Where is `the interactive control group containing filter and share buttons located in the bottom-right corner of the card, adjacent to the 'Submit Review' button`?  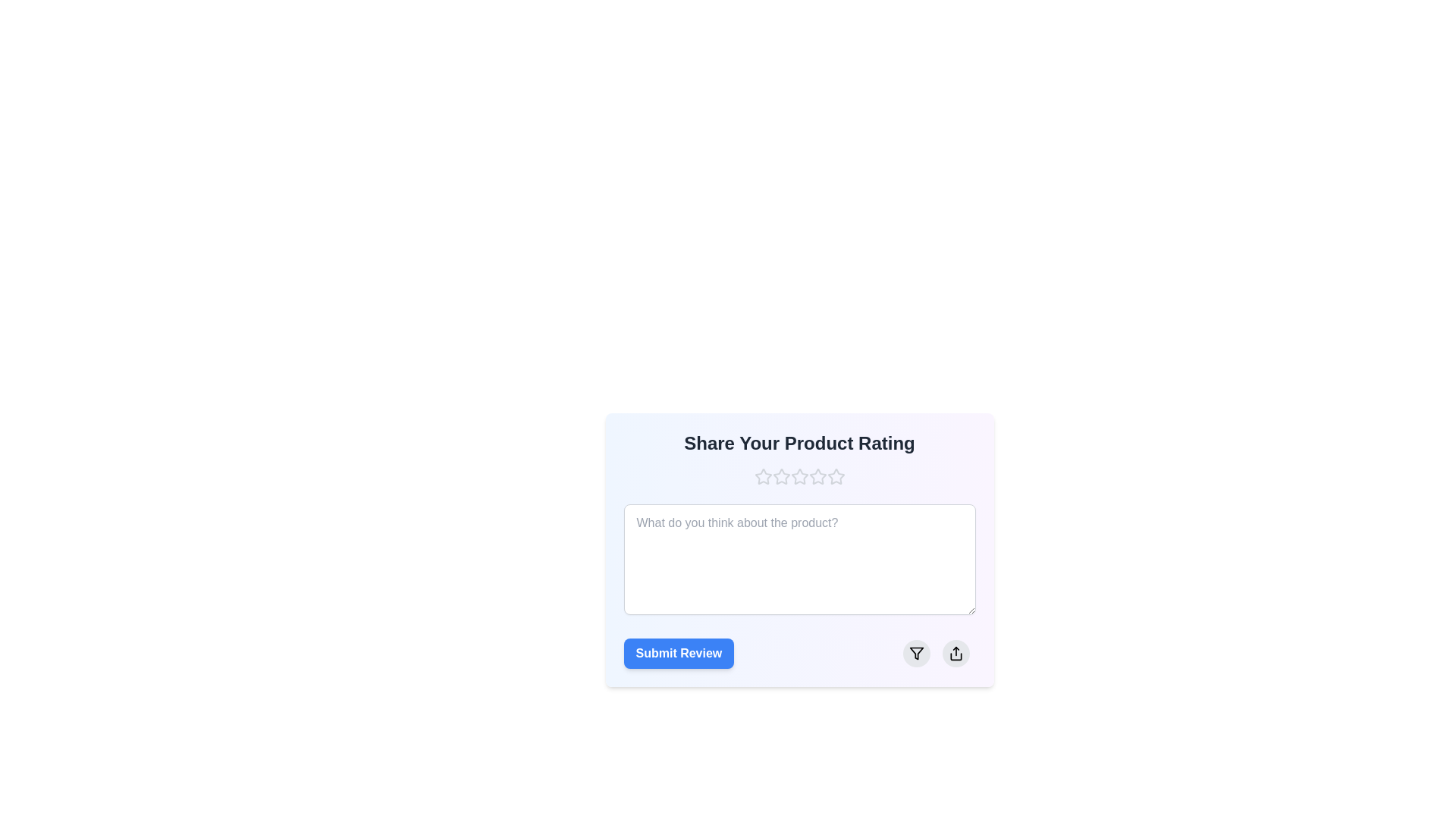
the interactive control group containing filter and share buttons located in the bottom-right corner of the card, adjacent to the 'Submit Review' button is located at coordinates (935, 652).